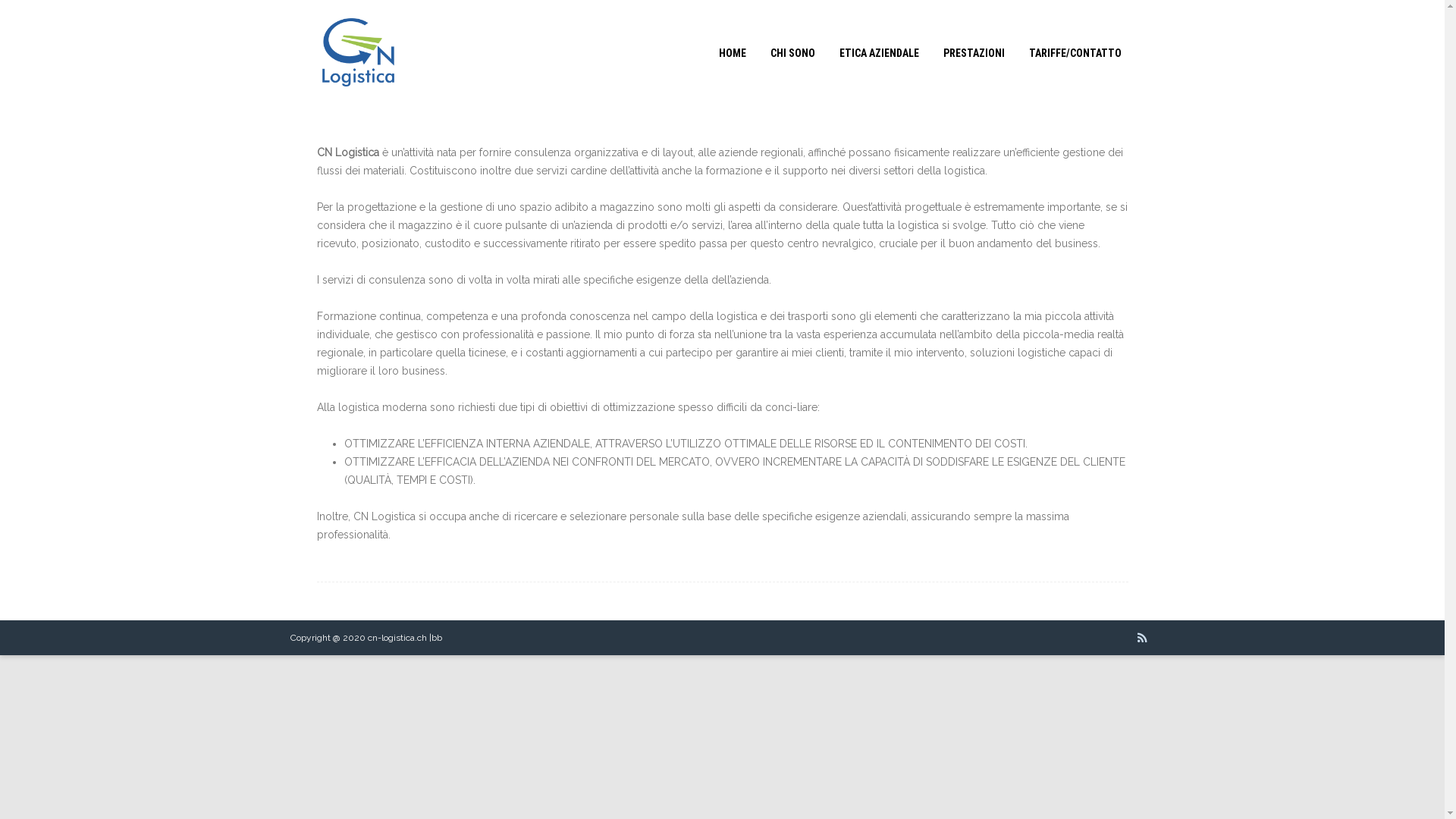 Image resolution: width=1456 pixels, height=819 pixels. Describe the element at coordinates (879, 52) in the screenshot. I see `'ETICA AZIENDALE'` at that location.